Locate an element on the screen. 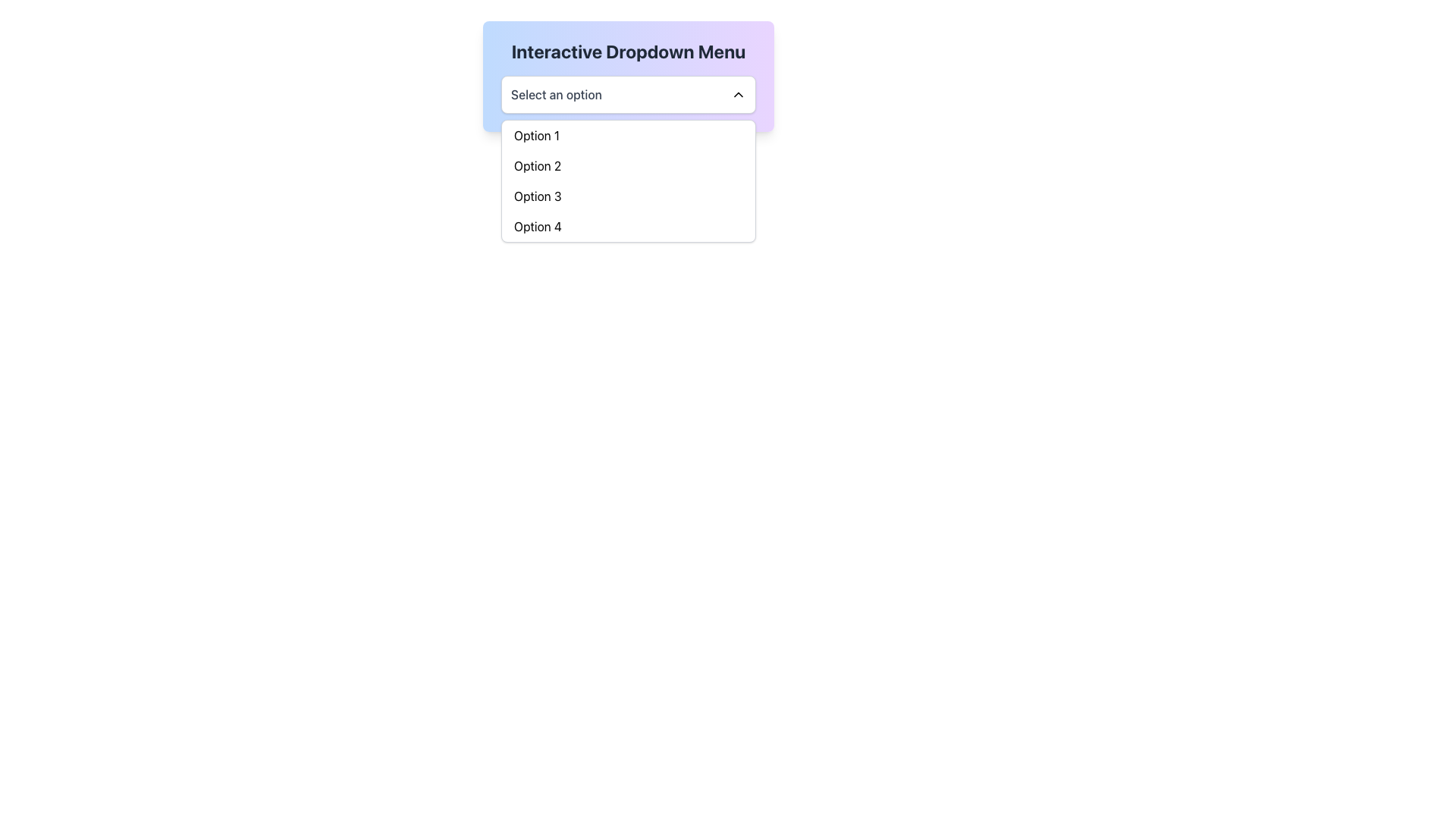 The image size is (1456, 819). the static text label that prompts the user to select an item from the dropdown menu, located to the left of the dropdown arrow icon is located at coordinates (556, 94).